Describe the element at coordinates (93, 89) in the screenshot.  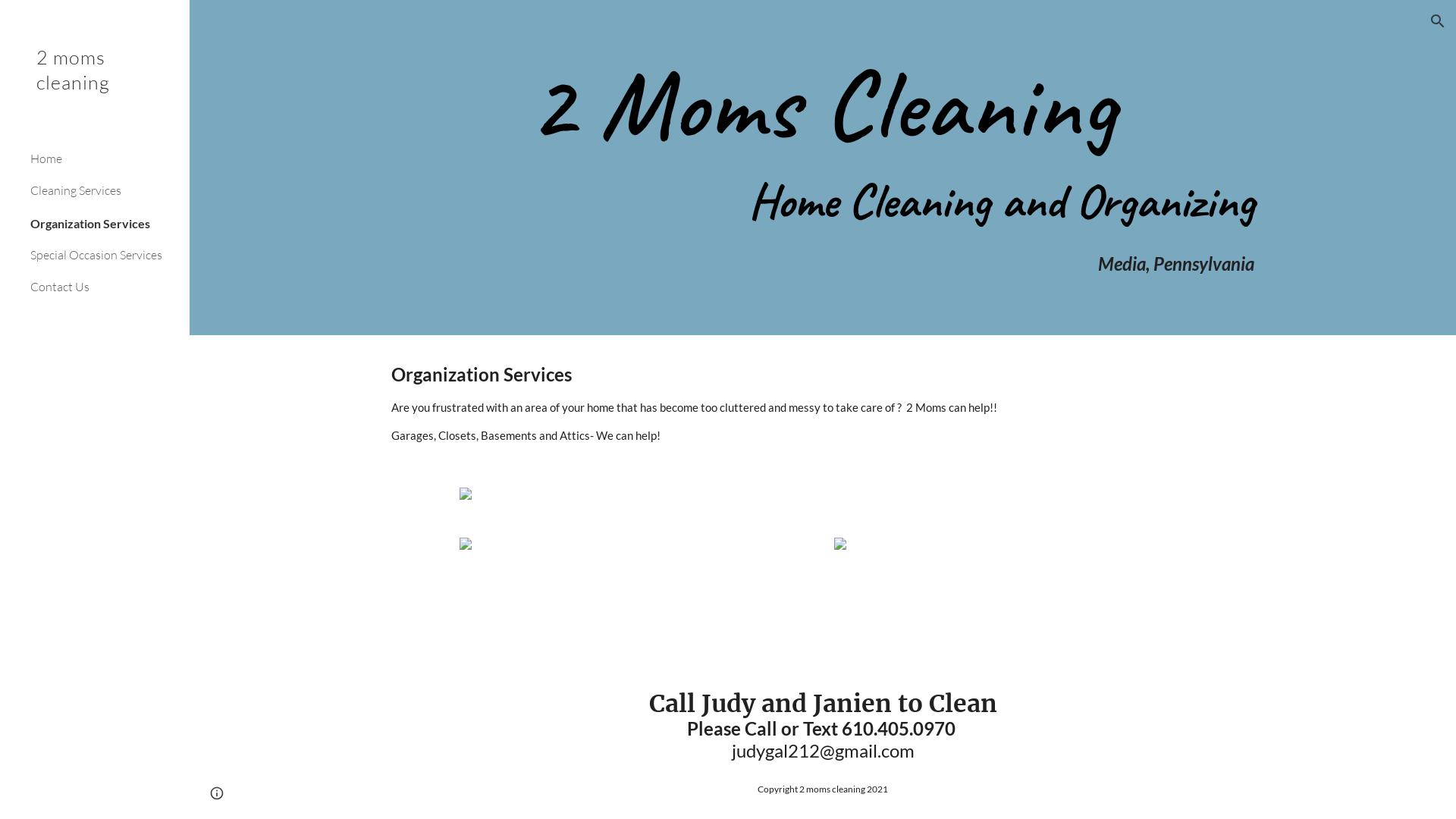
I see `'2 moms cleaning'` at that location.